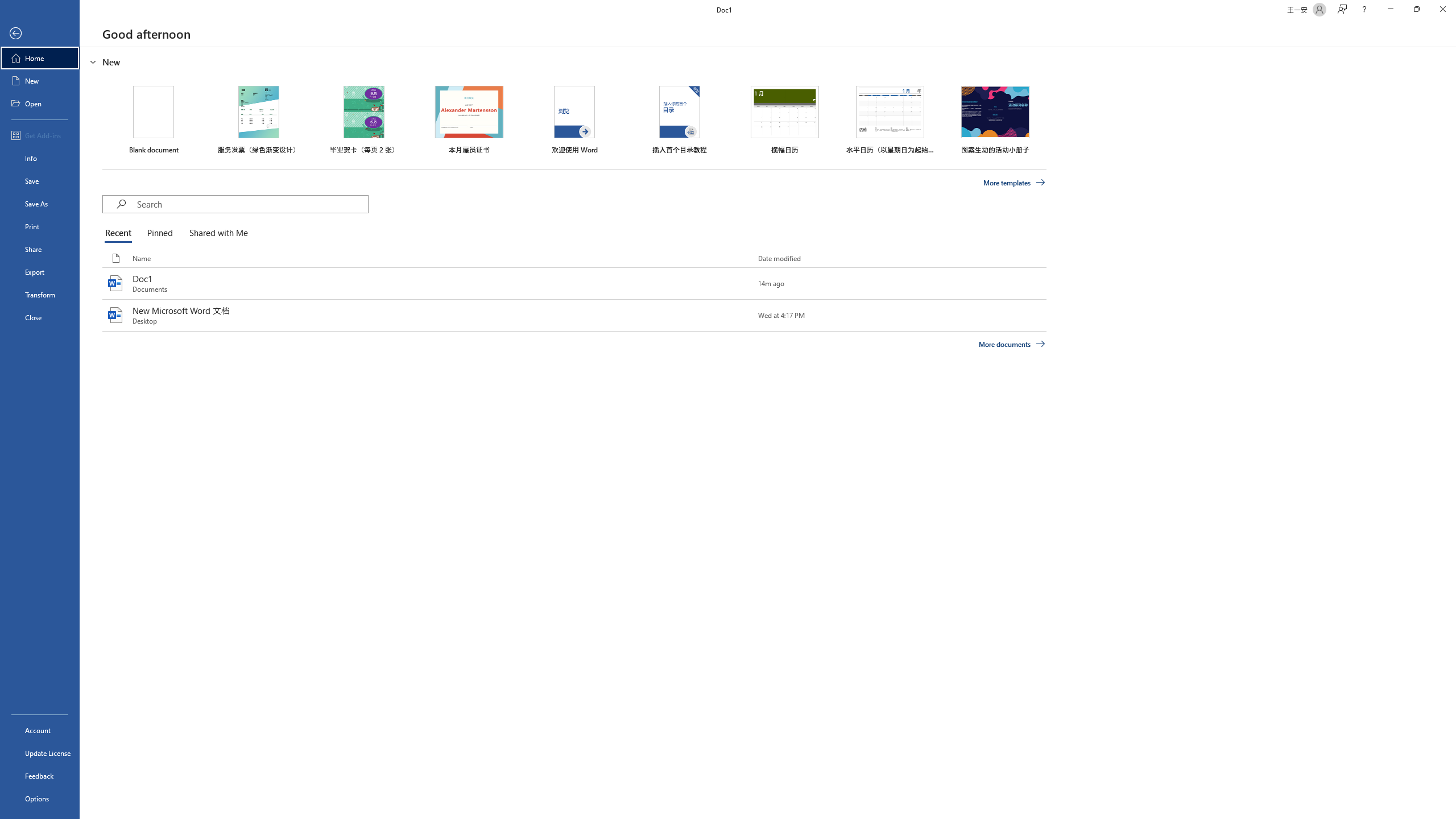 The width and height of the screenshot is (1456, 819). What do you see at coordinates (39, 272) in the screenshot?
I see `'Export'` at bounding box center [39, 272].